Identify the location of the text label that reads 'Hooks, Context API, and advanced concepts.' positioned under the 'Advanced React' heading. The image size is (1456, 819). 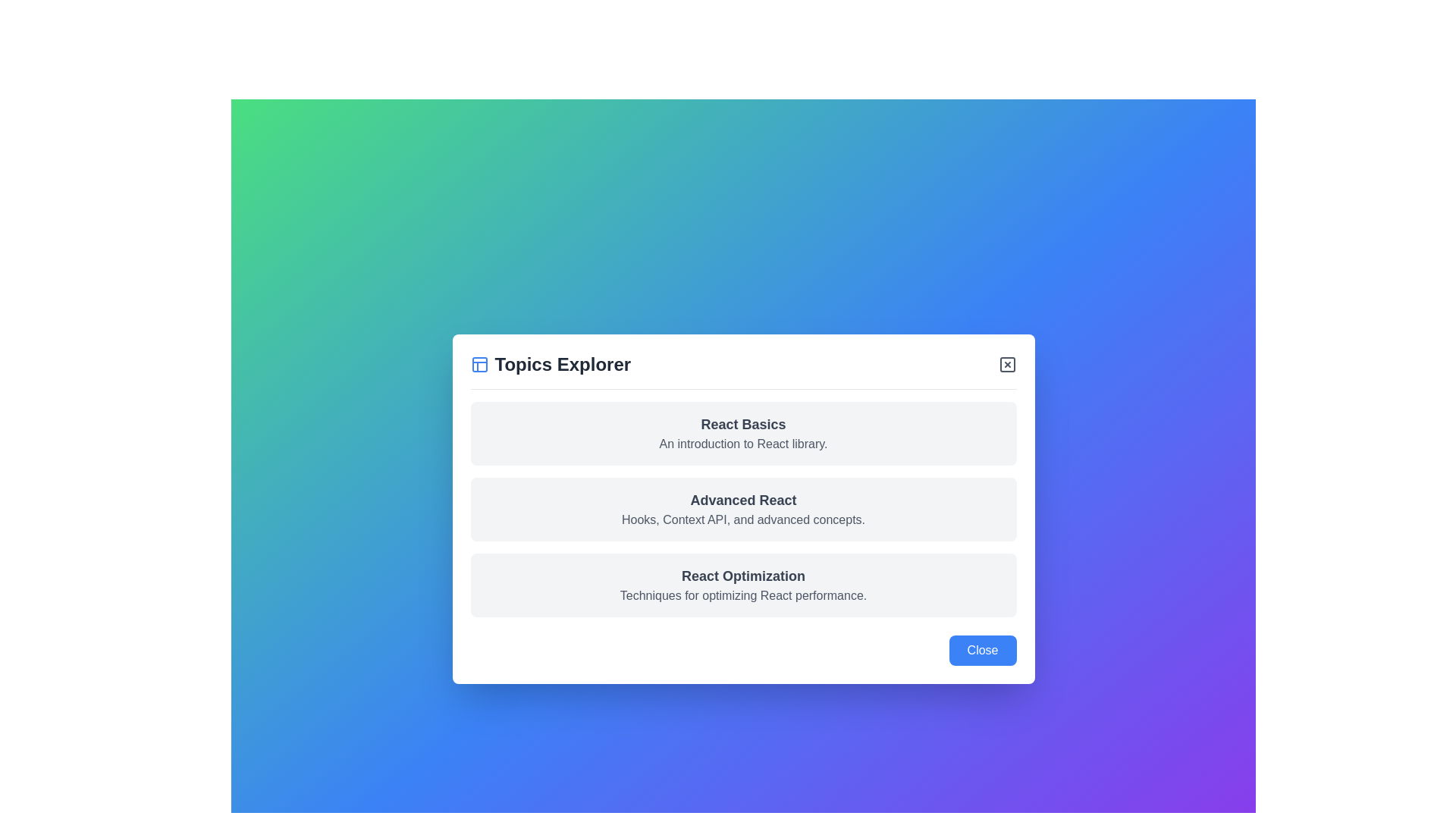
(743, 519).